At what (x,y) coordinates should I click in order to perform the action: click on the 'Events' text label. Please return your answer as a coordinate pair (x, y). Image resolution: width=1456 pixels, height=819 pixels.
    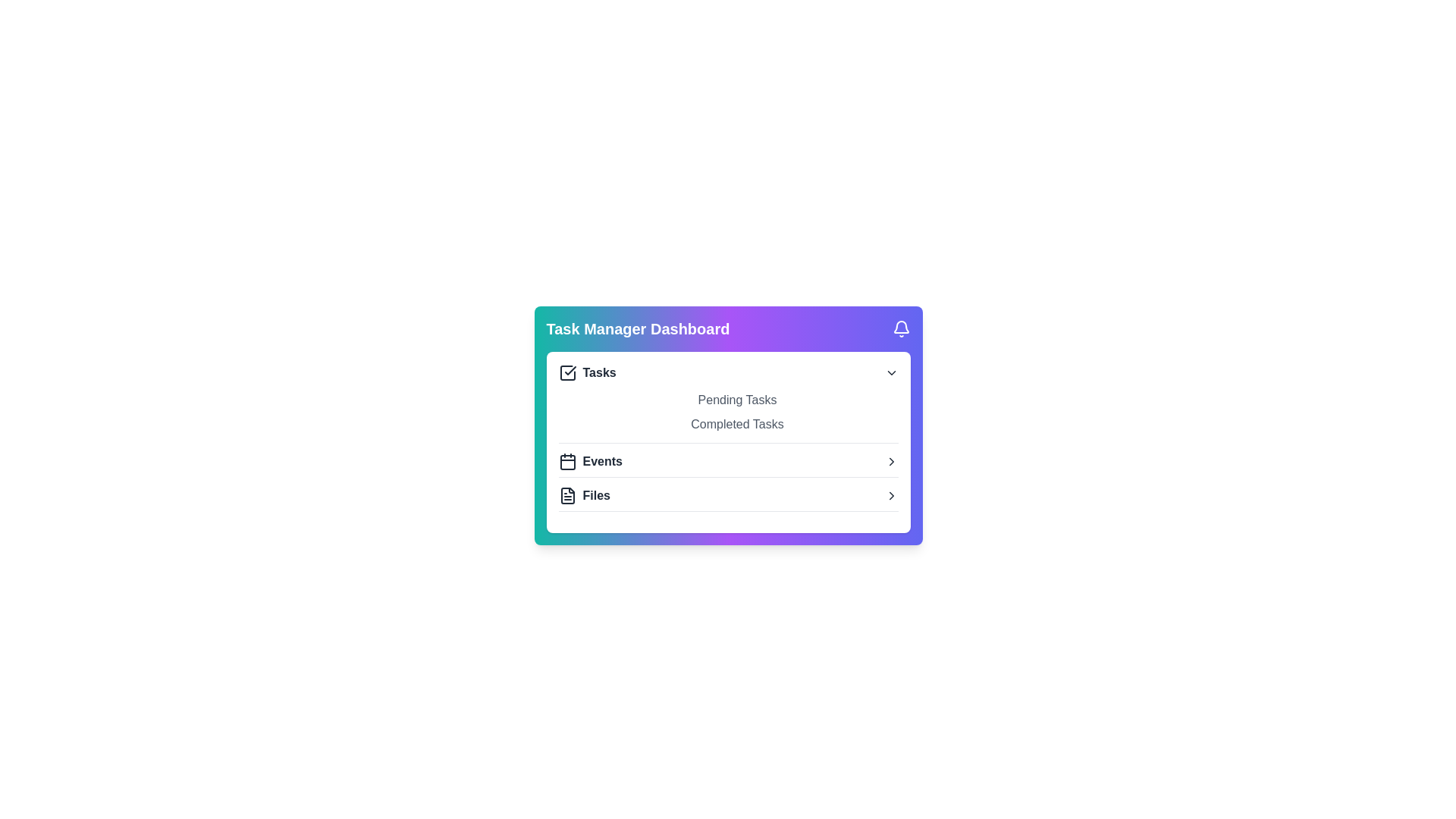
    Looking at the image, I should click on (601, 461).